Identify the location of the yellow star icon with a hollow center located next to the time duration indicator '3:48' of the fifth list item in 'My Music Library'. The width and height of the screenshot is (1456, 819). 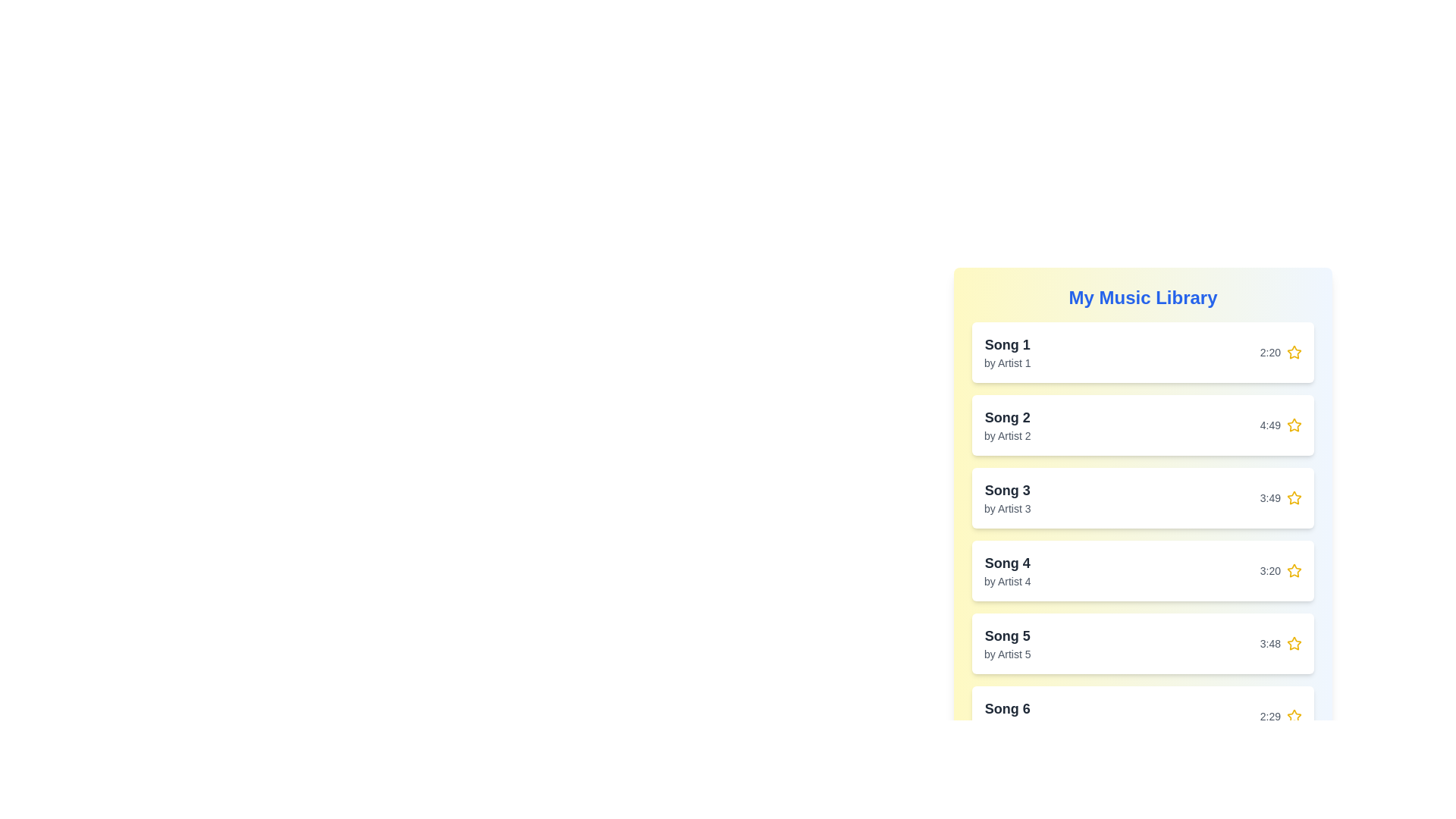
(1292, 643).